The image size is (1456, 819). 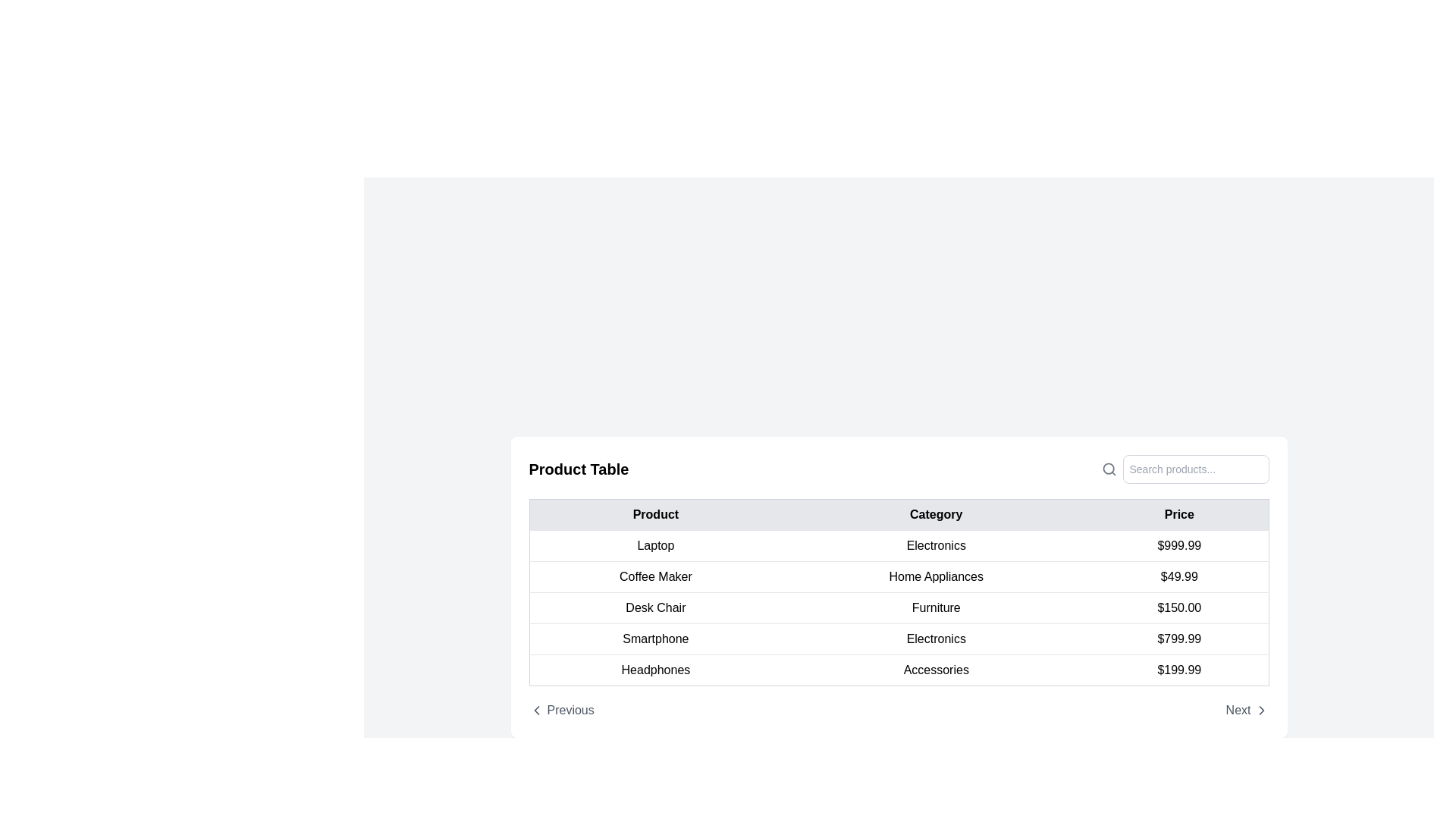 I want to click on the 'Product' column header in the table, which is the first column header located at the leftmost position of the top row, so click(x=655, y=513).